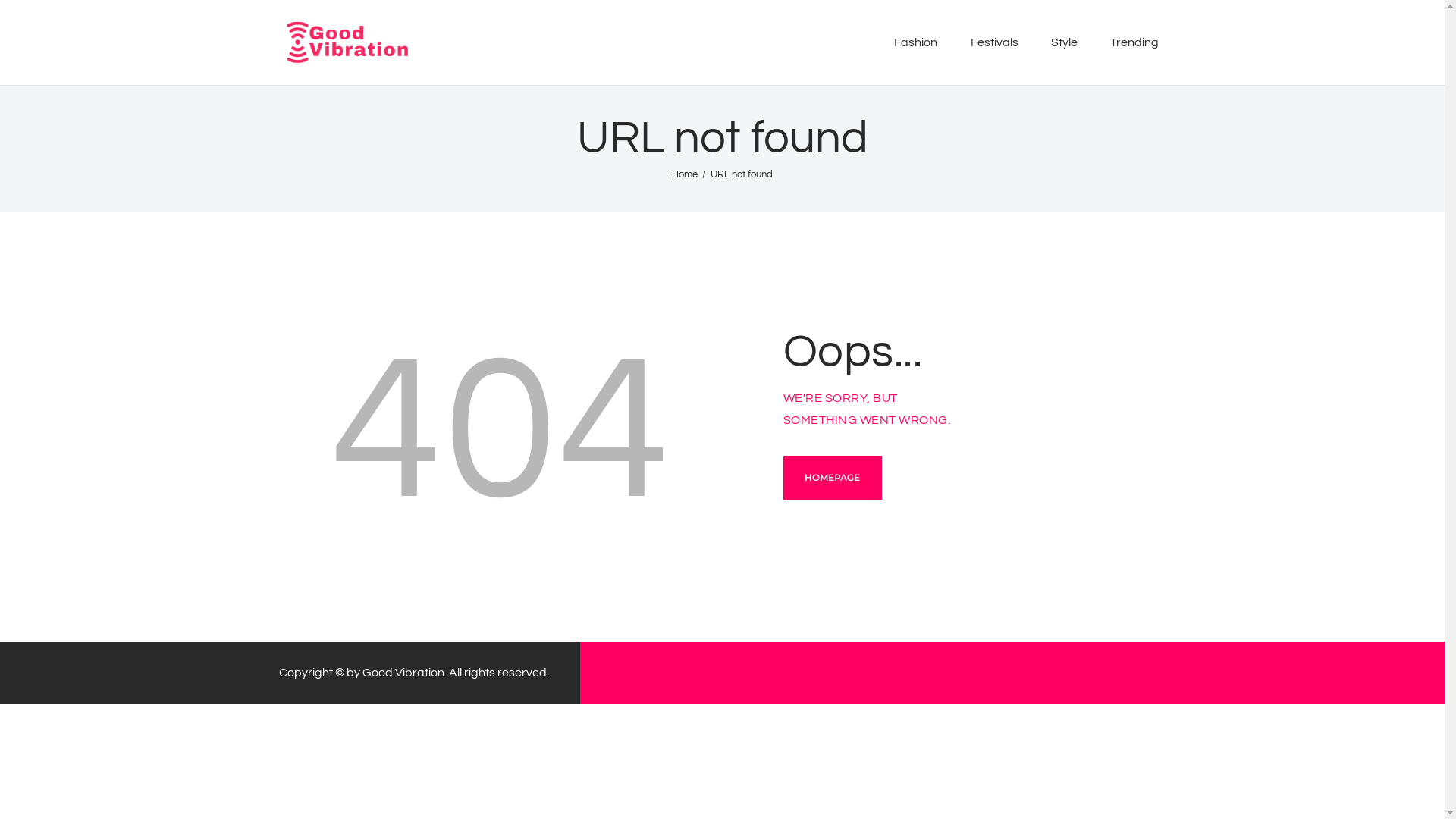  What do you see at coordinates (783, 476) in the screenshot?
I see `'HOMEPAGE'` at bounding box center [783, 476].